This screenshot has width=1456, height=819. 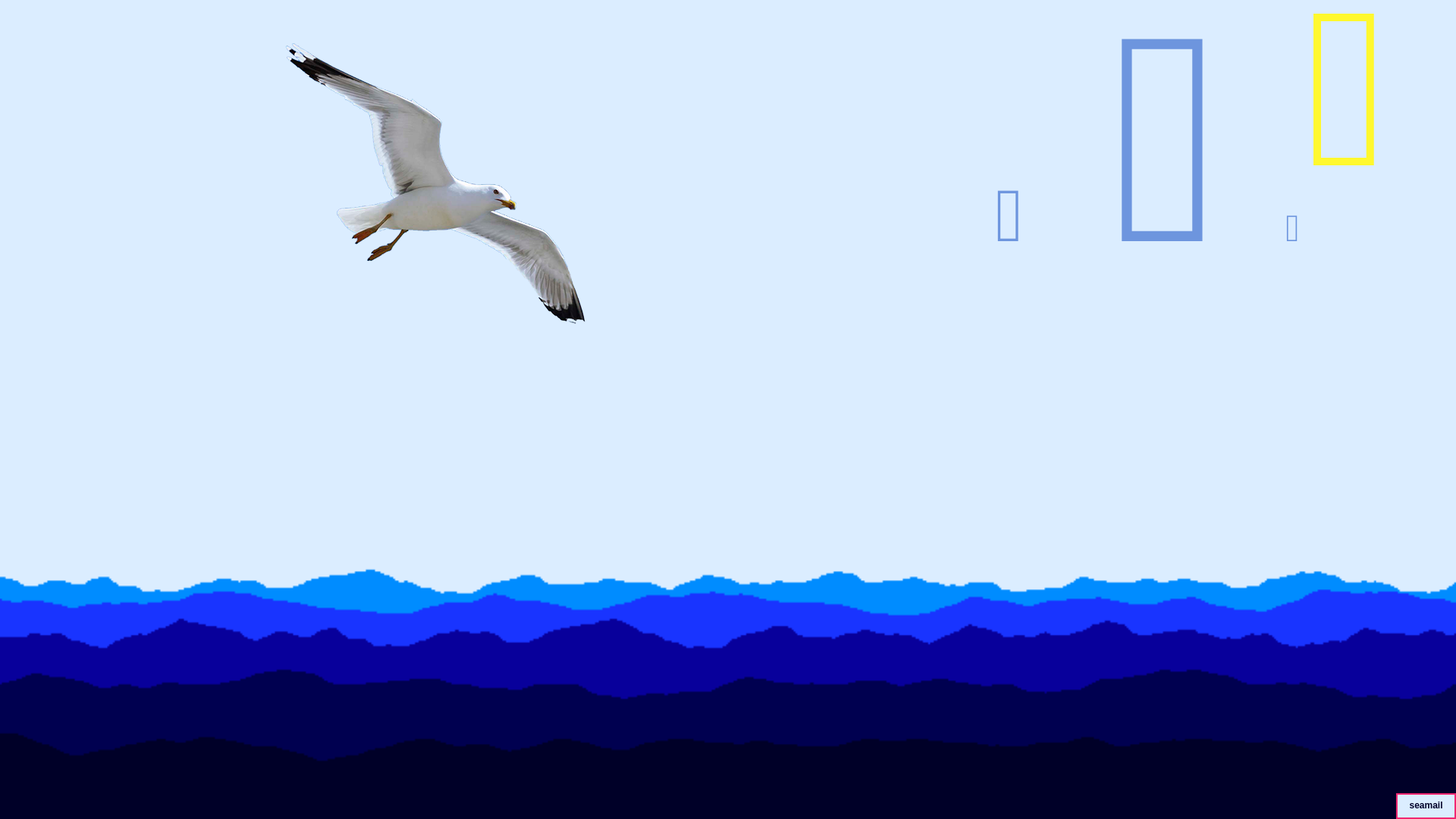 I want to click on 'seamail', so click(x=1425, y=802).